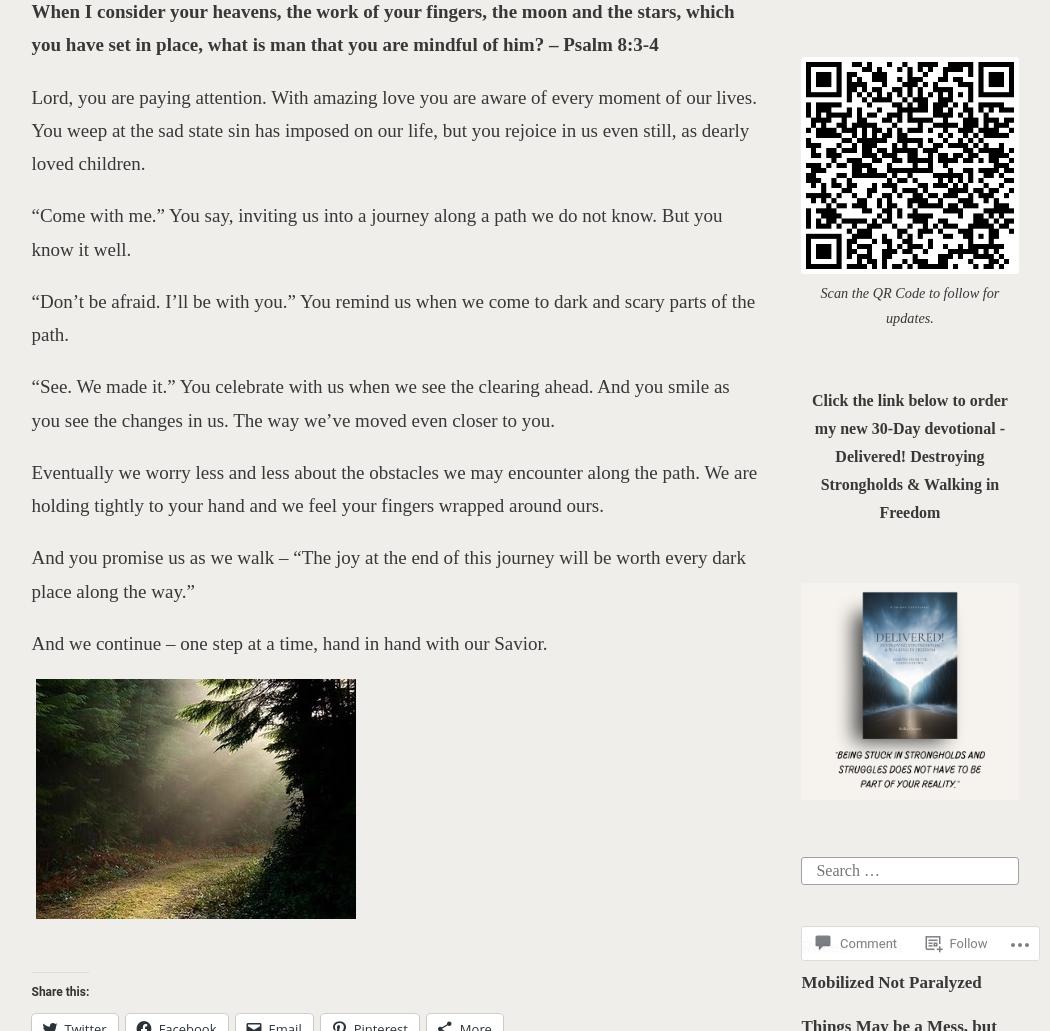  I want to click on 'Lord, you are paying attention. With amazing love you are aware of every moment of our lives. You weep at the sad state sin has imposed on our life, but you rejoice in us even still, as dearly loved children.', so click(393, 129).